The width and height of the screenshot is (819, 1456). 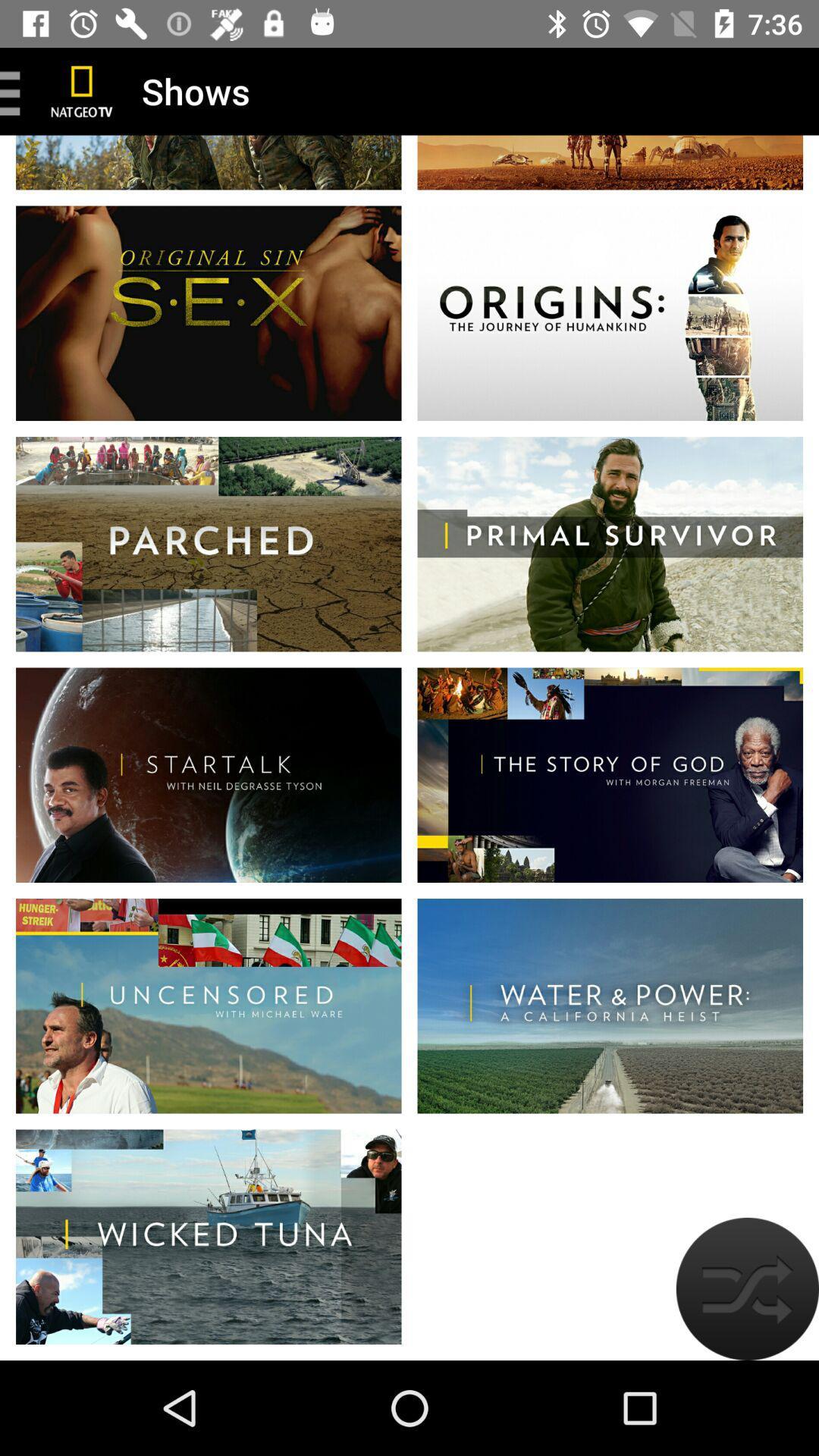 I want to click on home button, so click(x=82, y=90).